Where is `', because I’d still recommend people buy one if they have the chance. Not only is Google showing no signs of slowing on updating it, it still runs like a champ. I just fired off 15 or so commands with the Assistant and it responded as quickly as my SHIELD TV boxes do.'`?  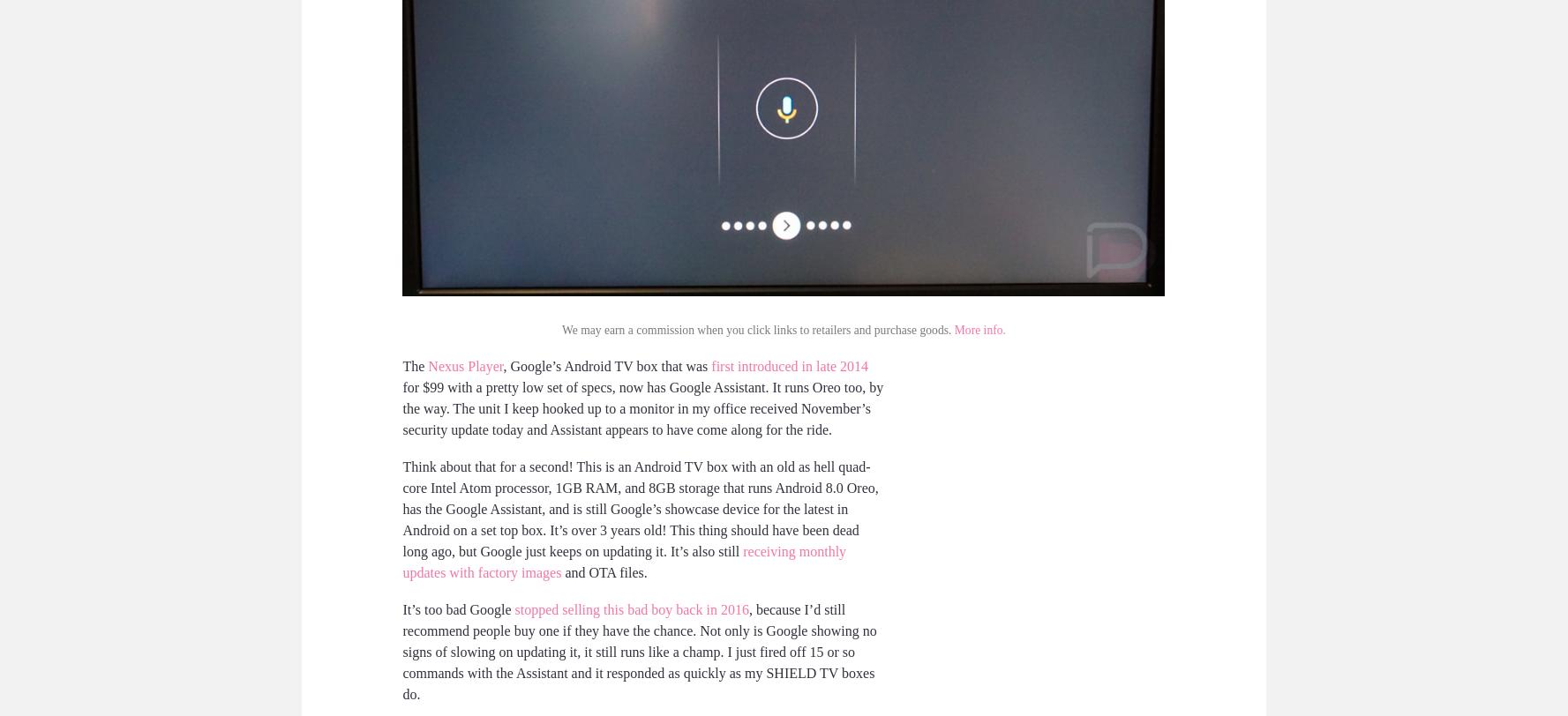 ', because I’d still recommend people buy one if they have the chance. Not only is Google showing no signs of slowing on updating it, it still runs like a champ. I just fired off 15 or so commands with the Assistant and it responded as quickly as my SHIELD TV boxes do.' is located at coordinates (638, 651).